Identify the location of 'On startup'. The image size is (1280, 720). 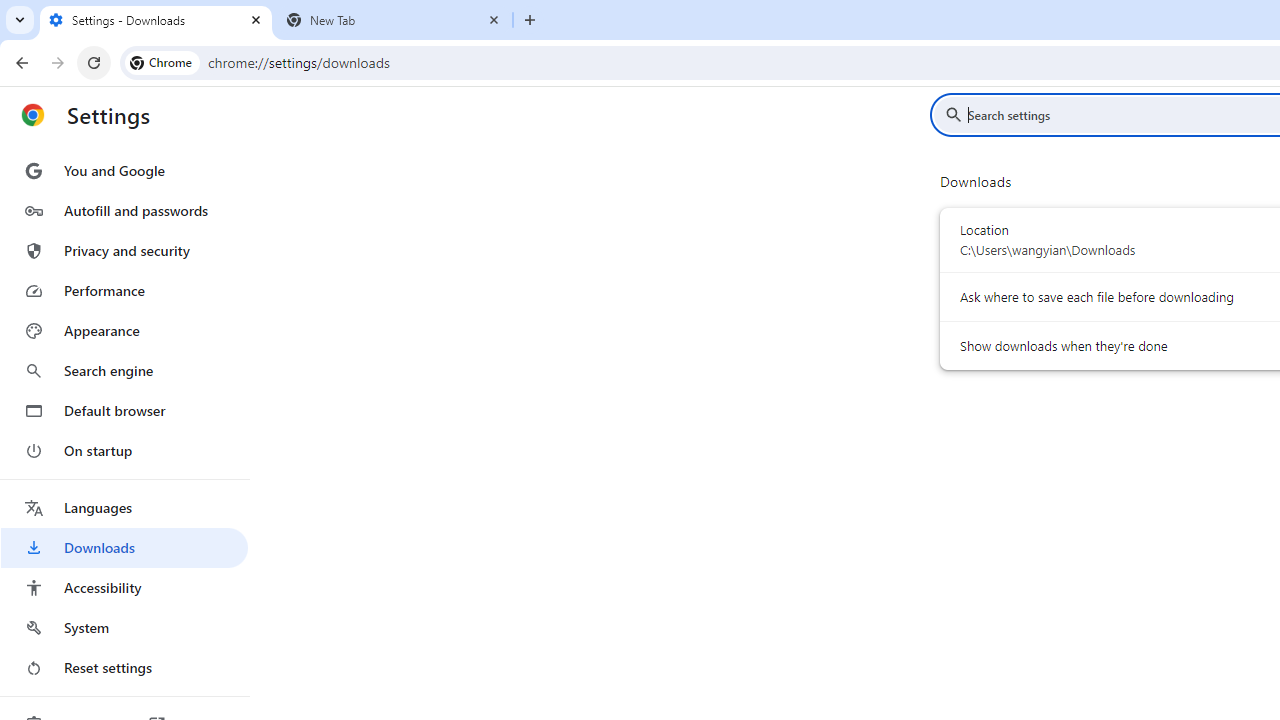
(123, 451).